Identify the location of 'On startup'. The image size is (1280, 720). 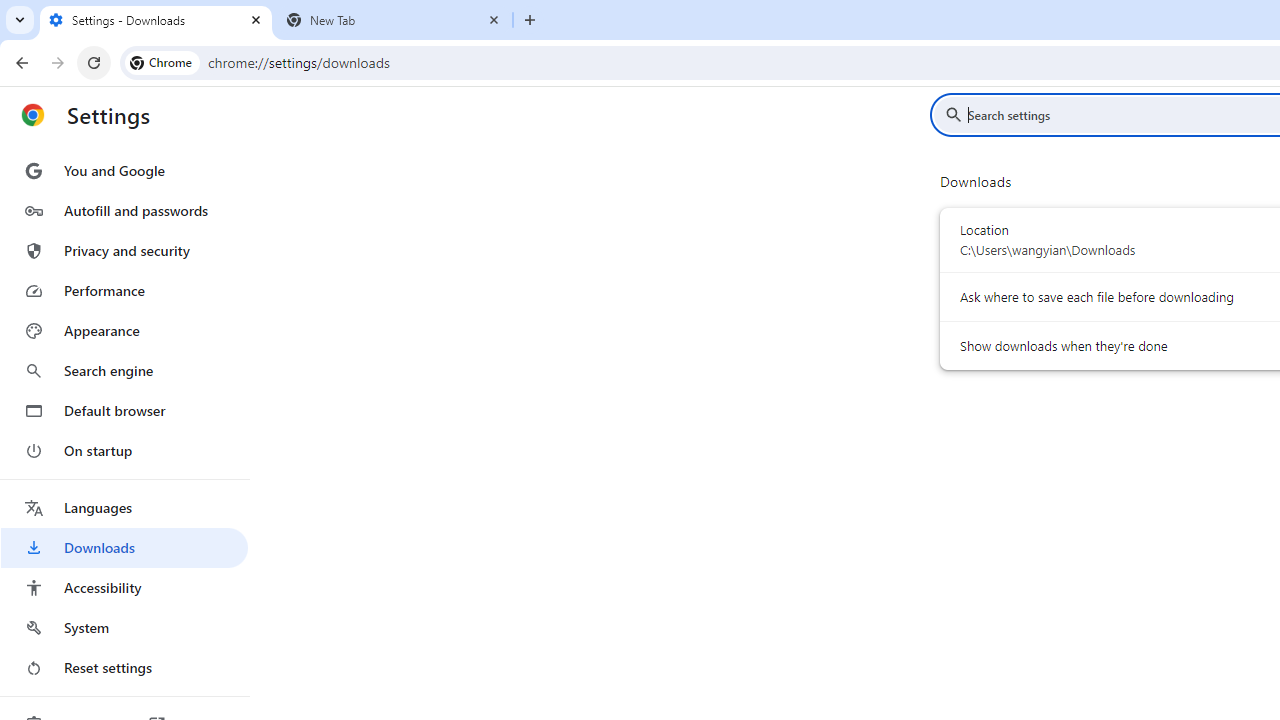
(123, 451).